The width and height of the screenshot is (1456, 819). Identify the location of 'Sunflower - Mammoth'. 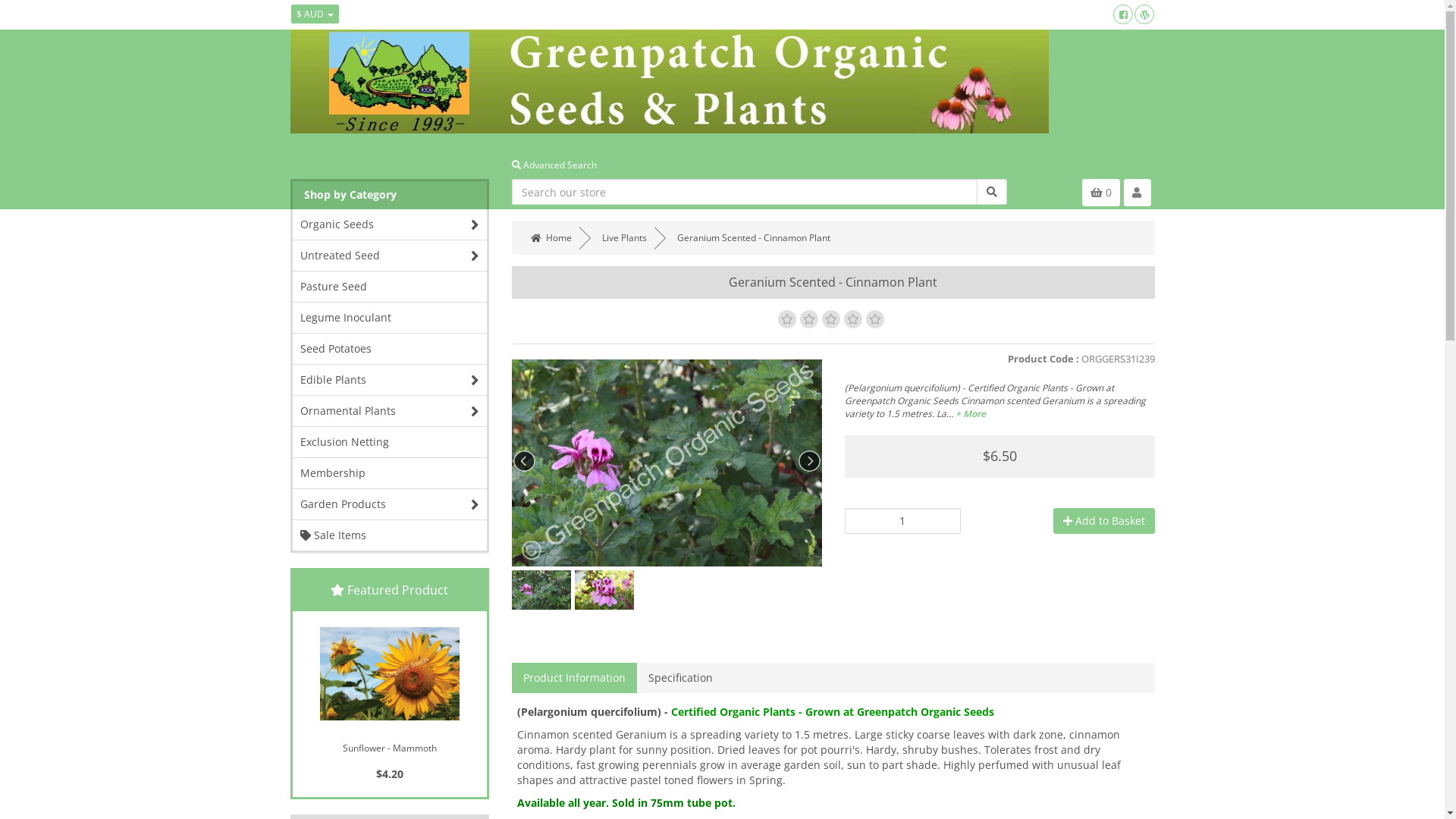
(389, 673).